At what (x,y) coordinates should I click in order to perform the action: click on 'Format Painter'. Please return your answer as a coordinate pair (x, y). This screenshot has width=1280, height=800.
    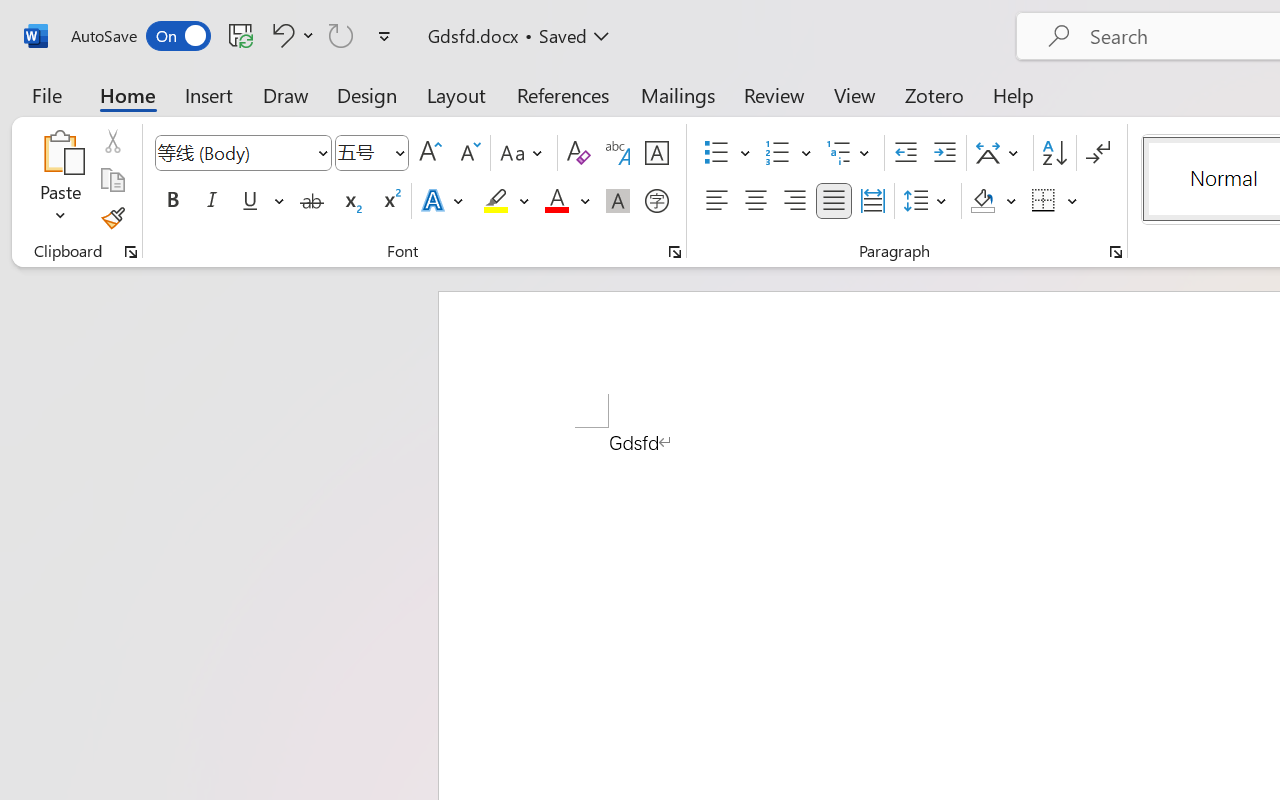
    Looking at the image, I should click on (111, 218).